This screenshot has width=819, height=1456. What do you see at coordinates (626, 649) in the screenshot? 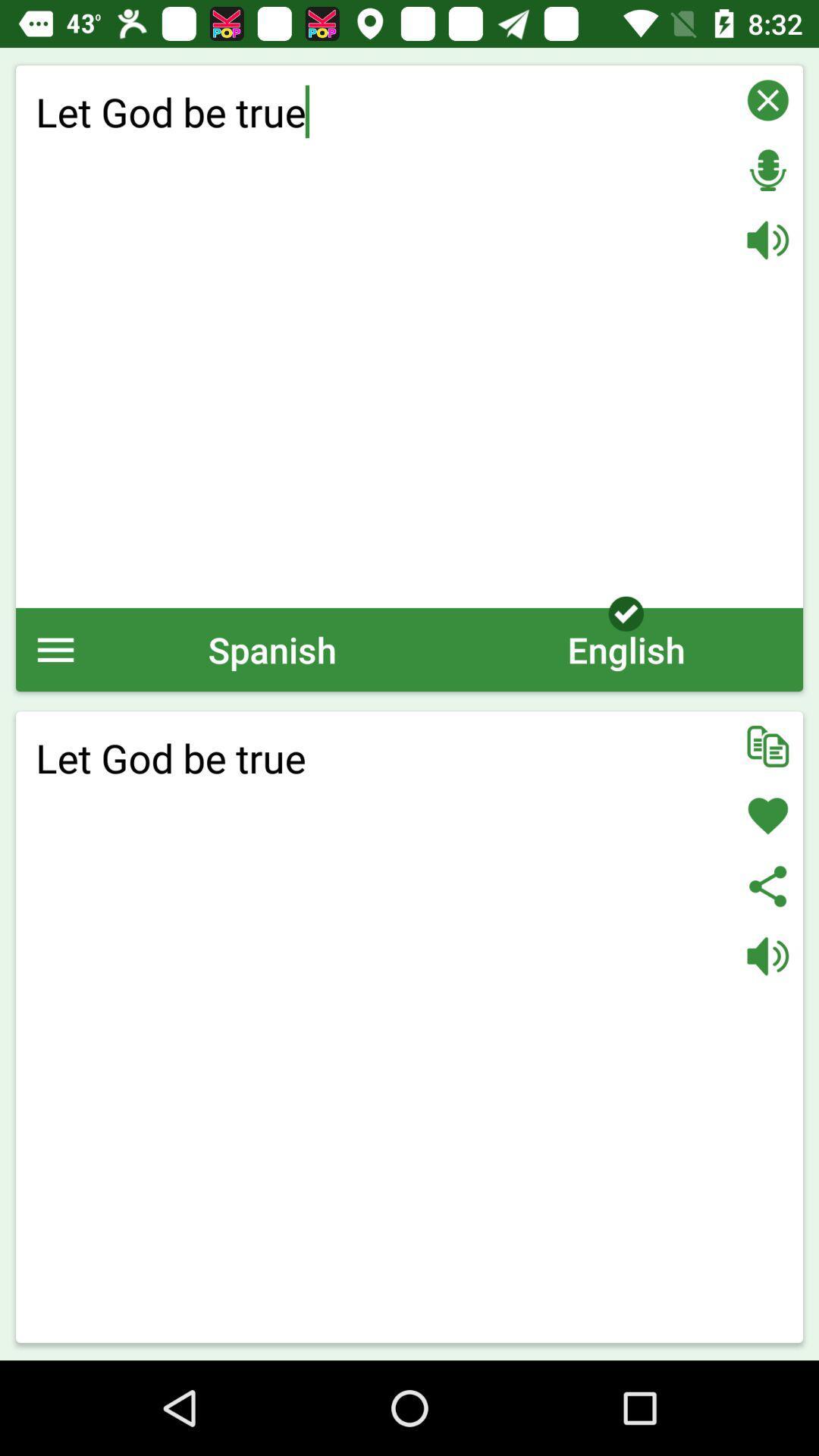
I see `icon next to the spanish` at bounding box center [626, 649].